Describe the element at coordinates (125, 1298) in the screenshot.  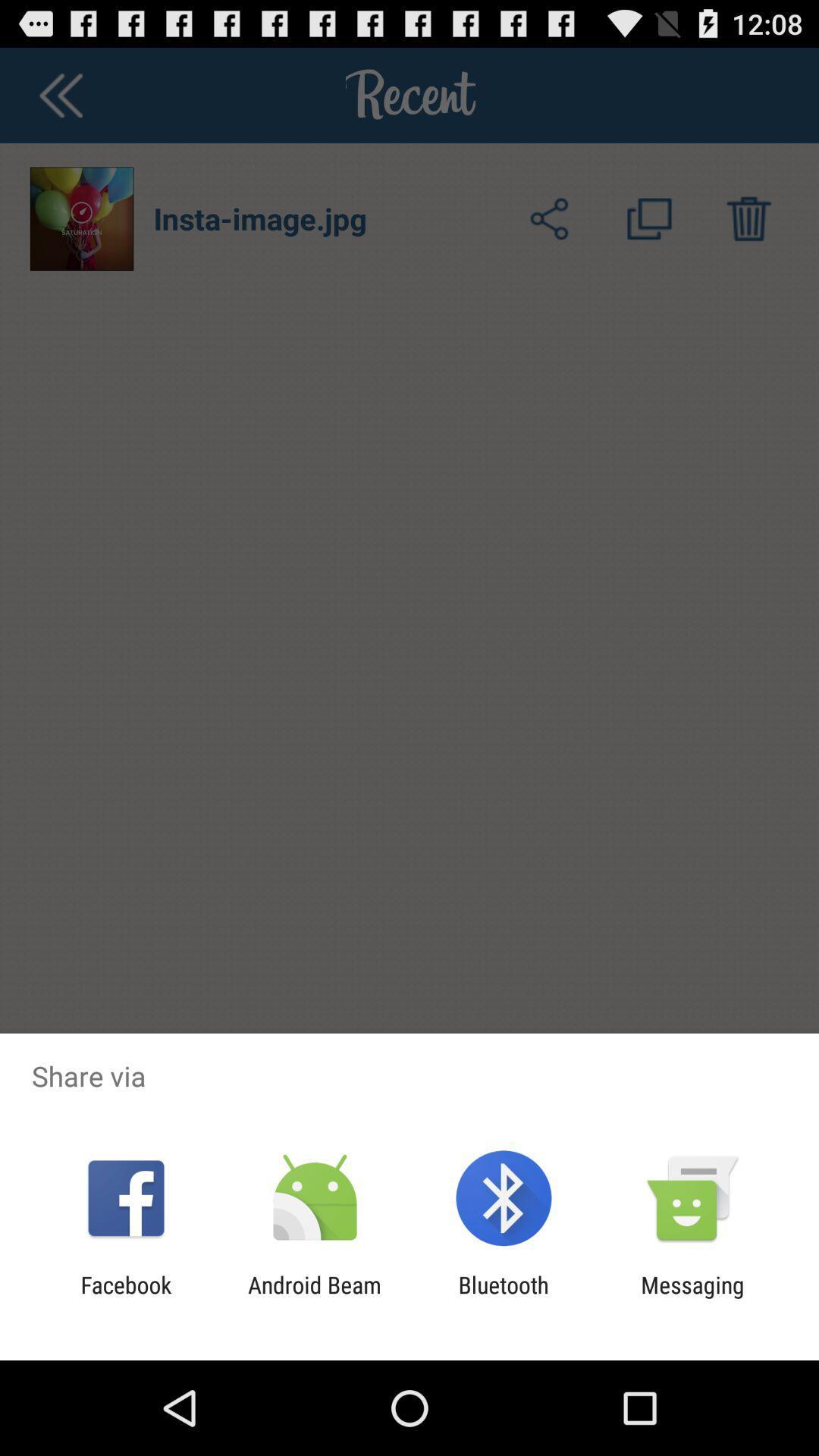
I see `icon next to the android beam item` at that location.